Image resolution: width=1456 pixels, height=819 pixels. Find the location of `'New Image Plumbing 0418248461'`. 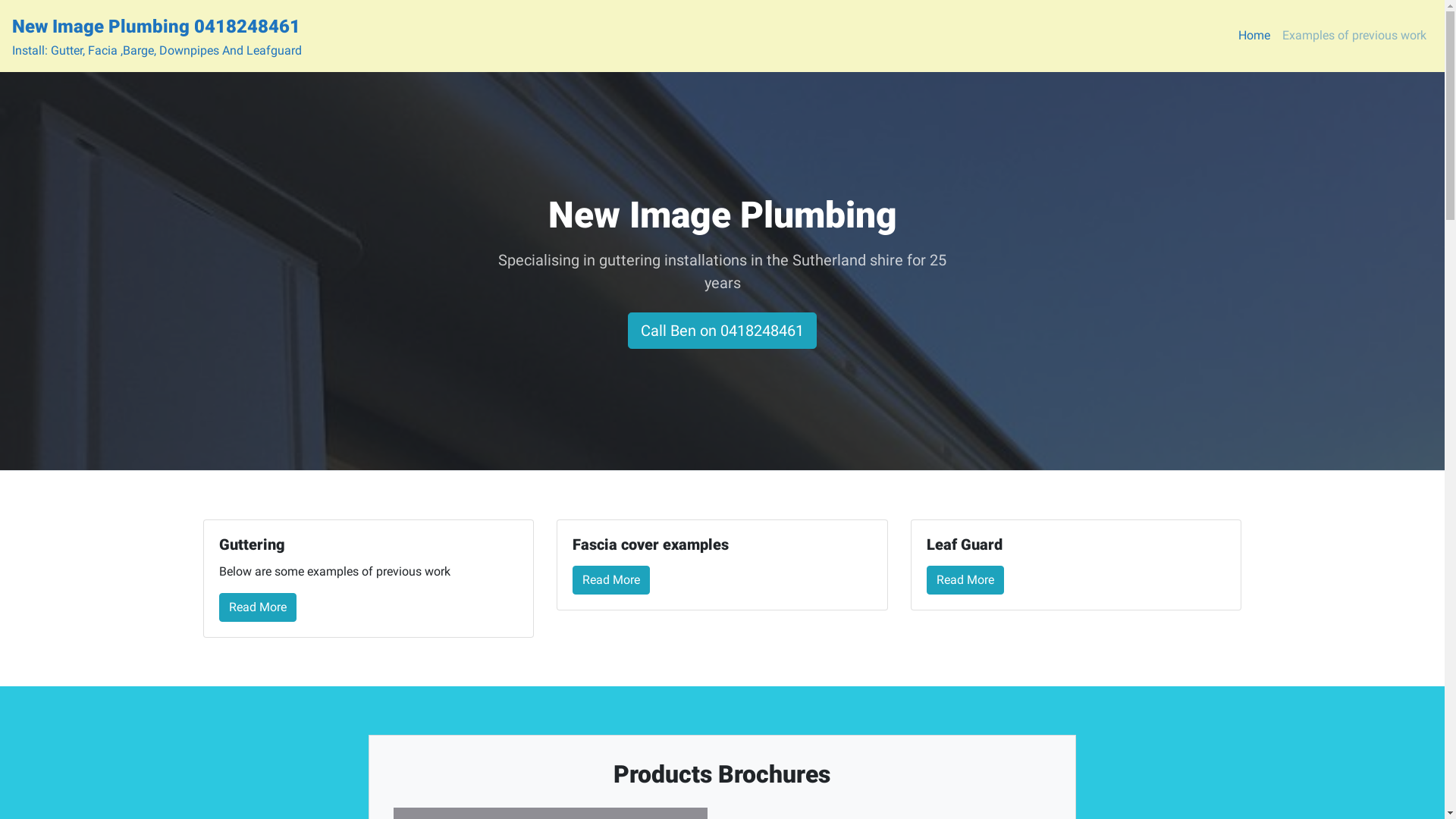

'New Image Plumbing 0418248461' is located at coordinates (11, 27).